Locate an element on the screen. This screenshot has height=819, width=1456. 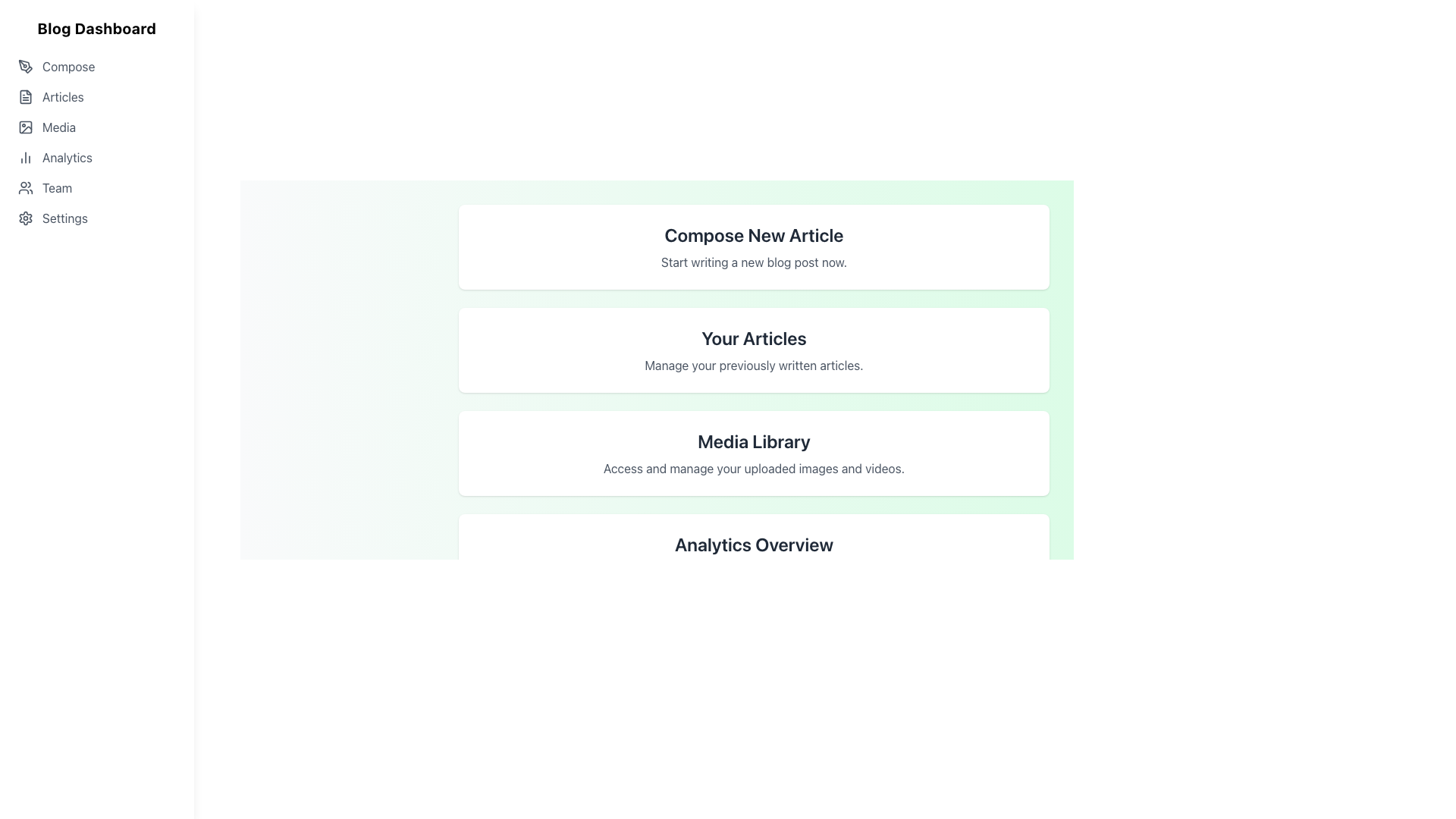
the document icon located in the sidebar menu, adjacent to the 'Articles' label is located at coordinates (25, 96).